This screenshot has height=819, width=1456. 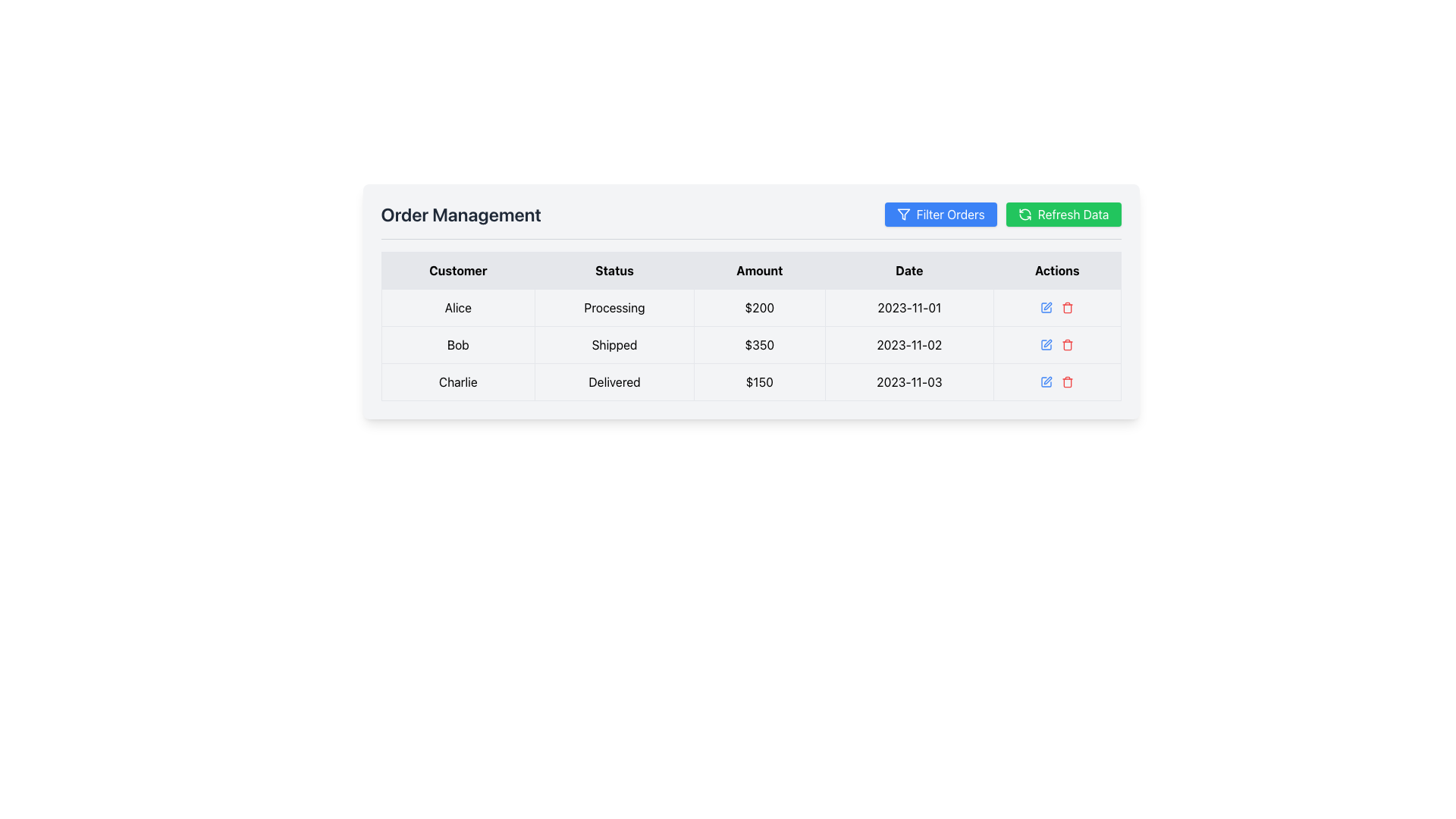 What do you see at coordinates (1047, 379) in the screenshot?
I see `the small, square-shaped graphic icon representing an editing action located in the 'Actions' column under the row for 'Charlie'` at bounding box center [1047, 379].